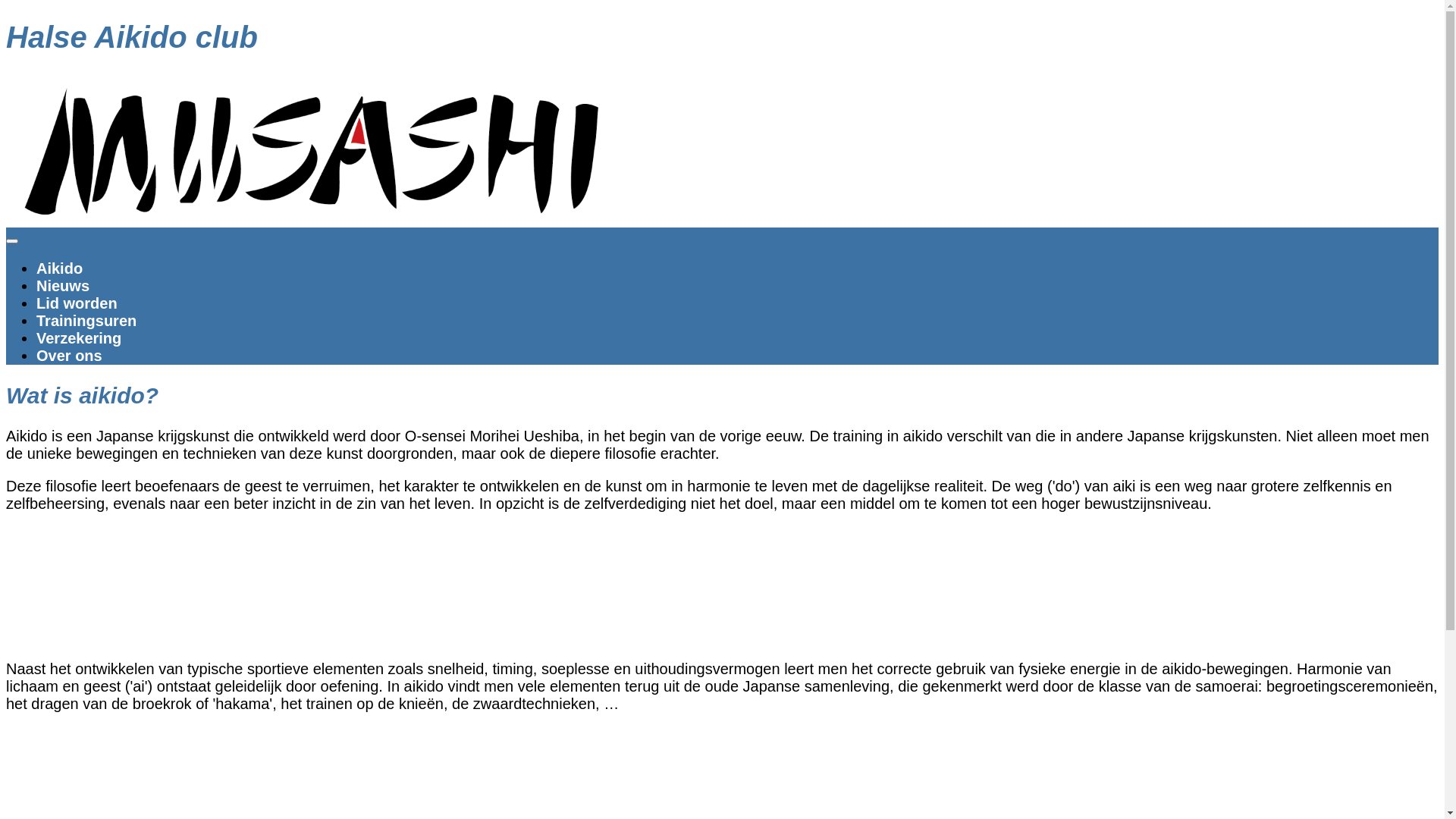  Describe the element at coordinates (36, 356) in the screenshot. I see `'Over ons'` at that location.